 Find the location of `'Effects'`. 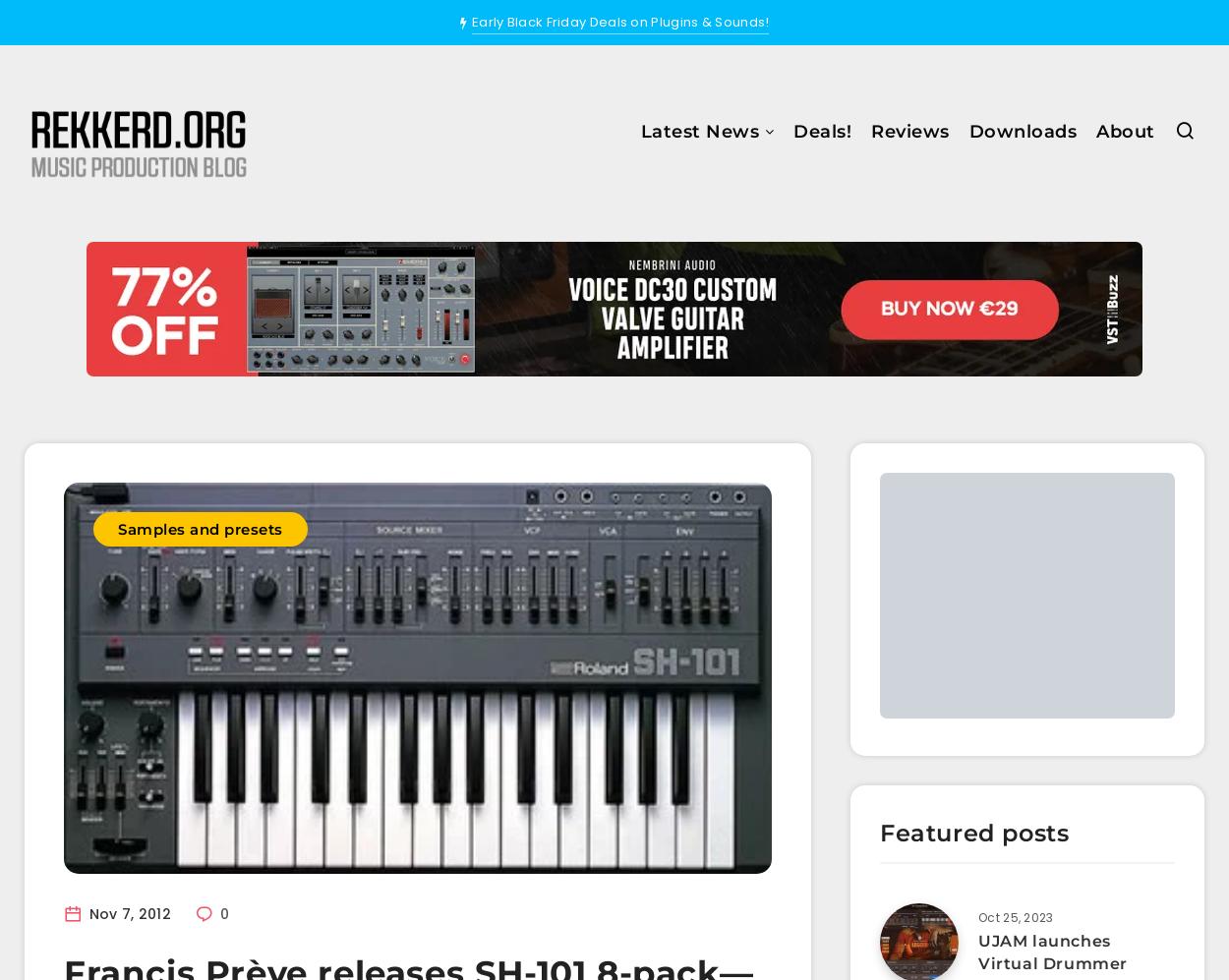

'Effects' is located at coordinates (578, 265).